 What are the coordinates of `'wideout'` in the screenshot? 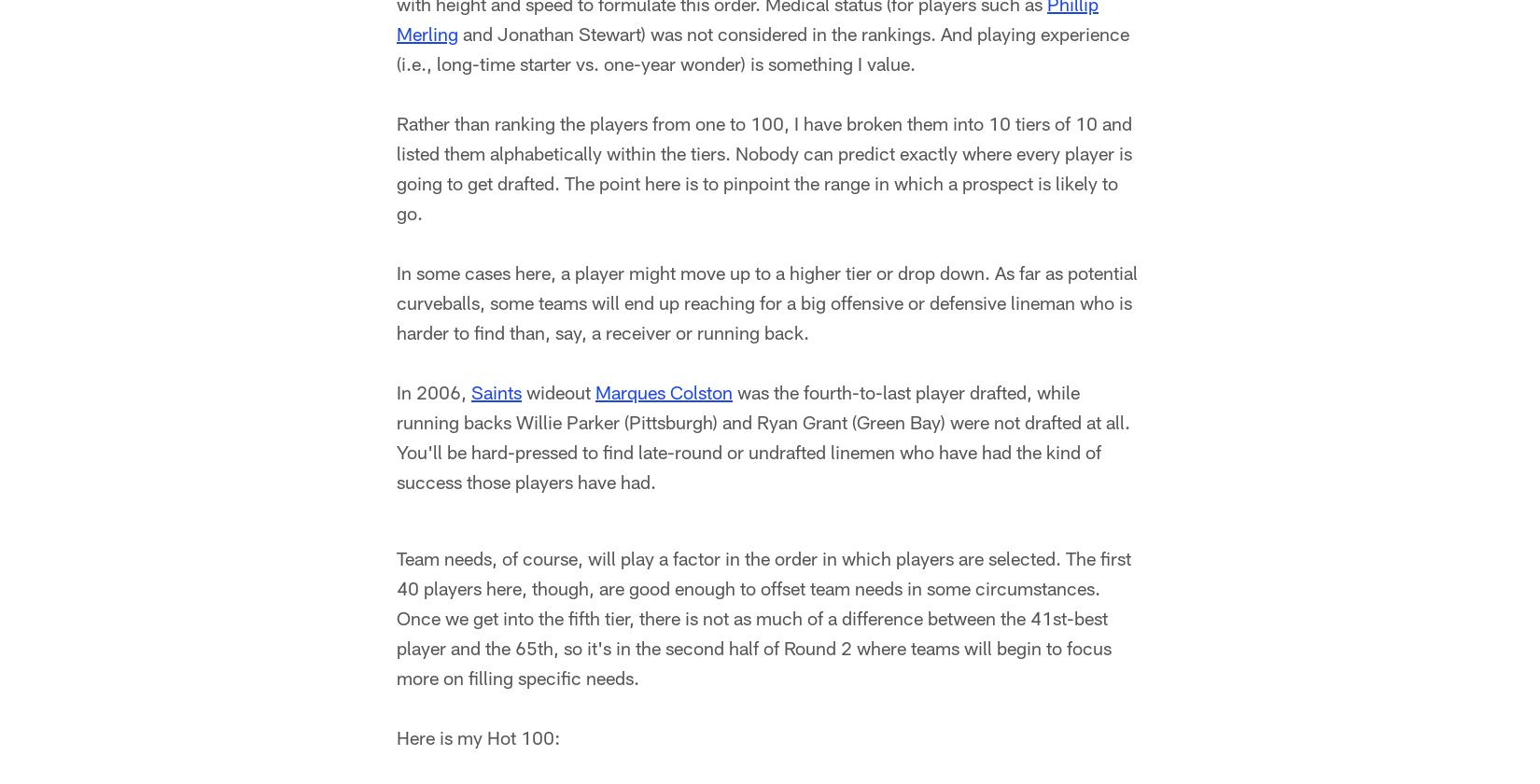 It's located at (557, 396).